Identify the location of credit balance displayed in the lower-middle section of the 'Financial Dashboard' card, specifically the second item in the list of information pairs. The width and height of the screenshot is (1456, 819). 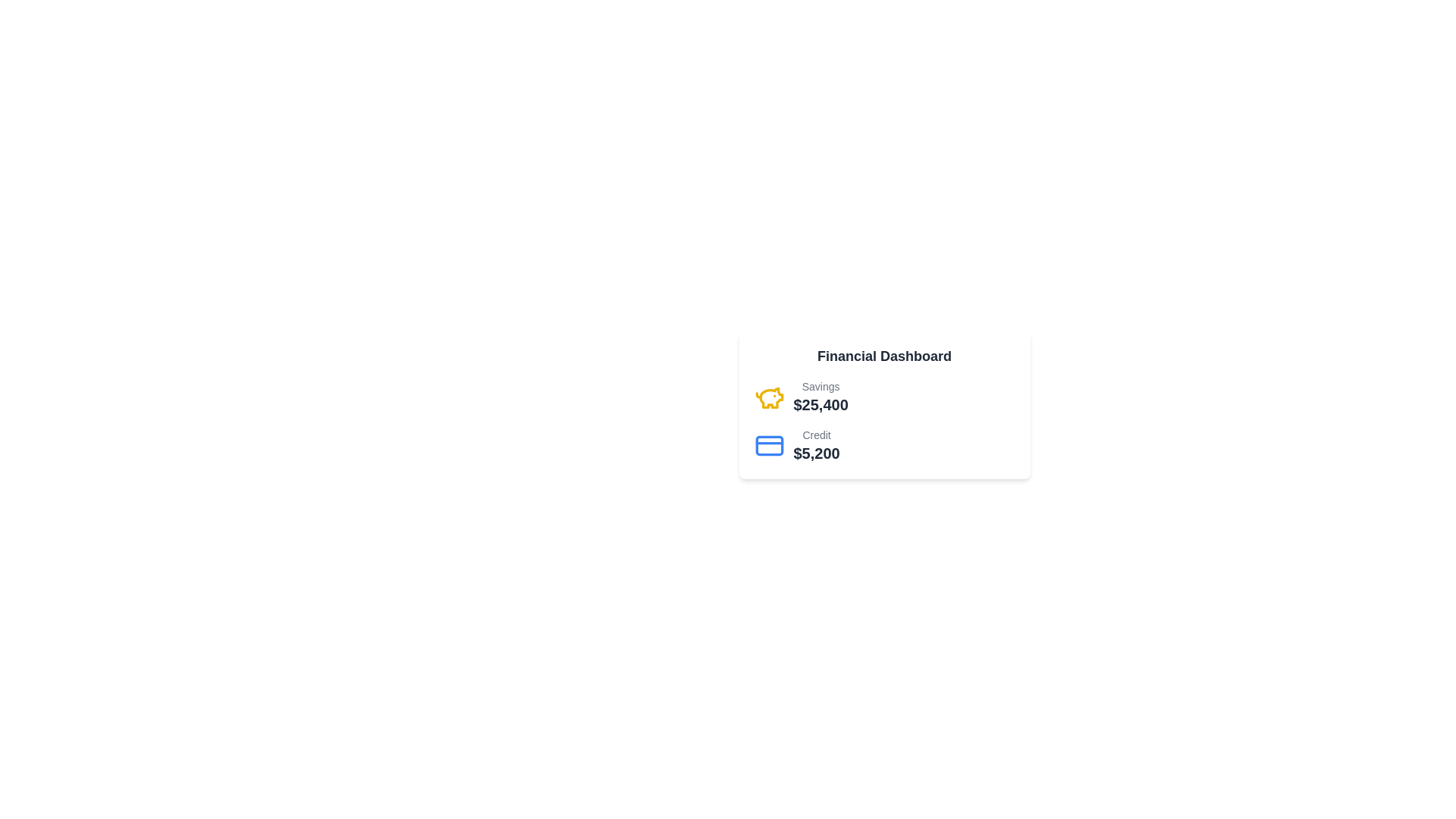
(796, 444).